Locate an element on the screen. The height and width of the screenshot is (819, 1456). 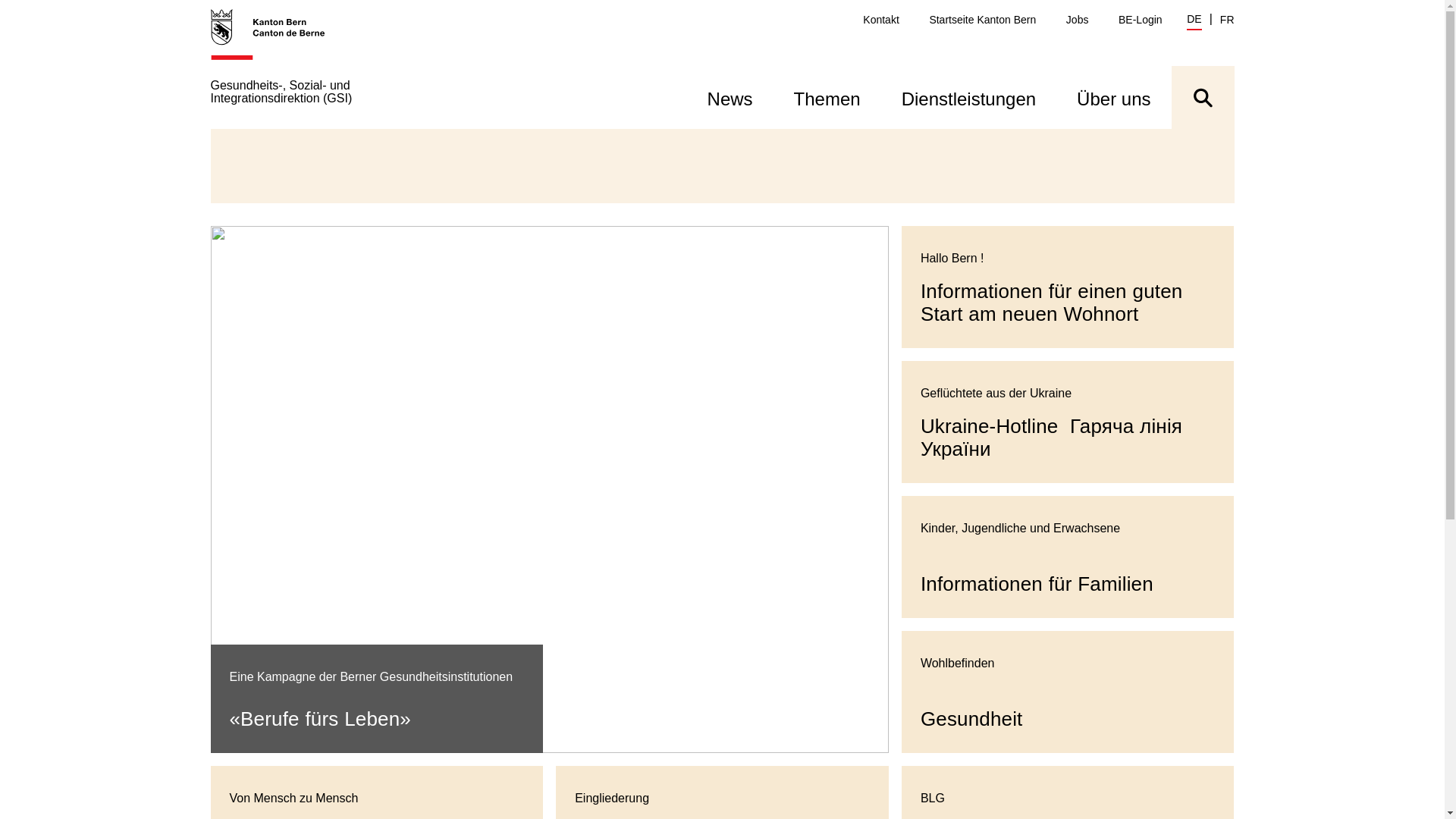
'Gesundheit is located at coordinates (1067, 692).